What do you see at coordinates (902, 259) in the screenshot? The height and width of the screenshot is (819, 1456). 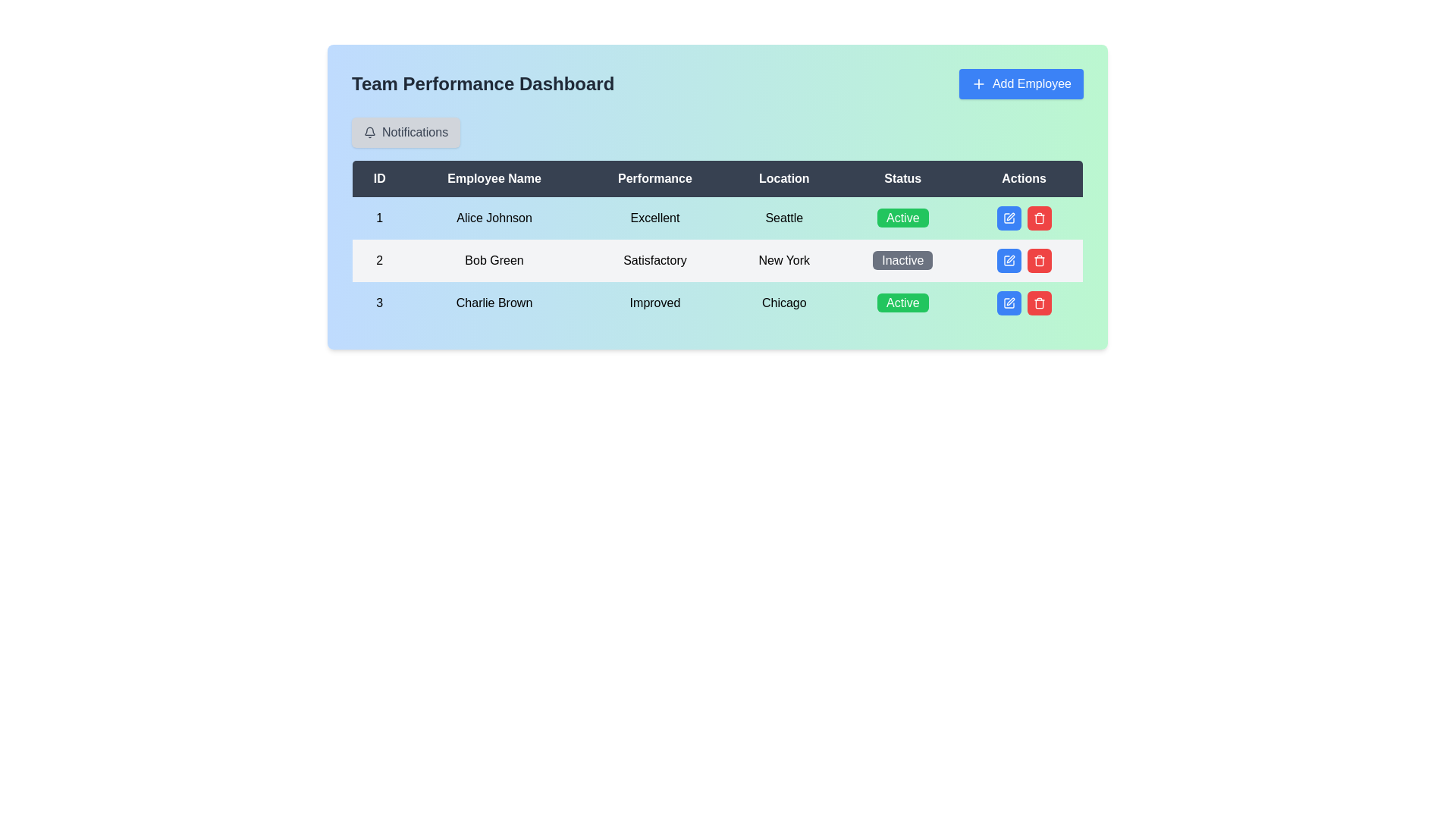 I see `the status badge indicating that the associated employee, Bob Green, is currently inactive, located in the second row of the table under the 'Status' column` at bounding box center [902, 259].